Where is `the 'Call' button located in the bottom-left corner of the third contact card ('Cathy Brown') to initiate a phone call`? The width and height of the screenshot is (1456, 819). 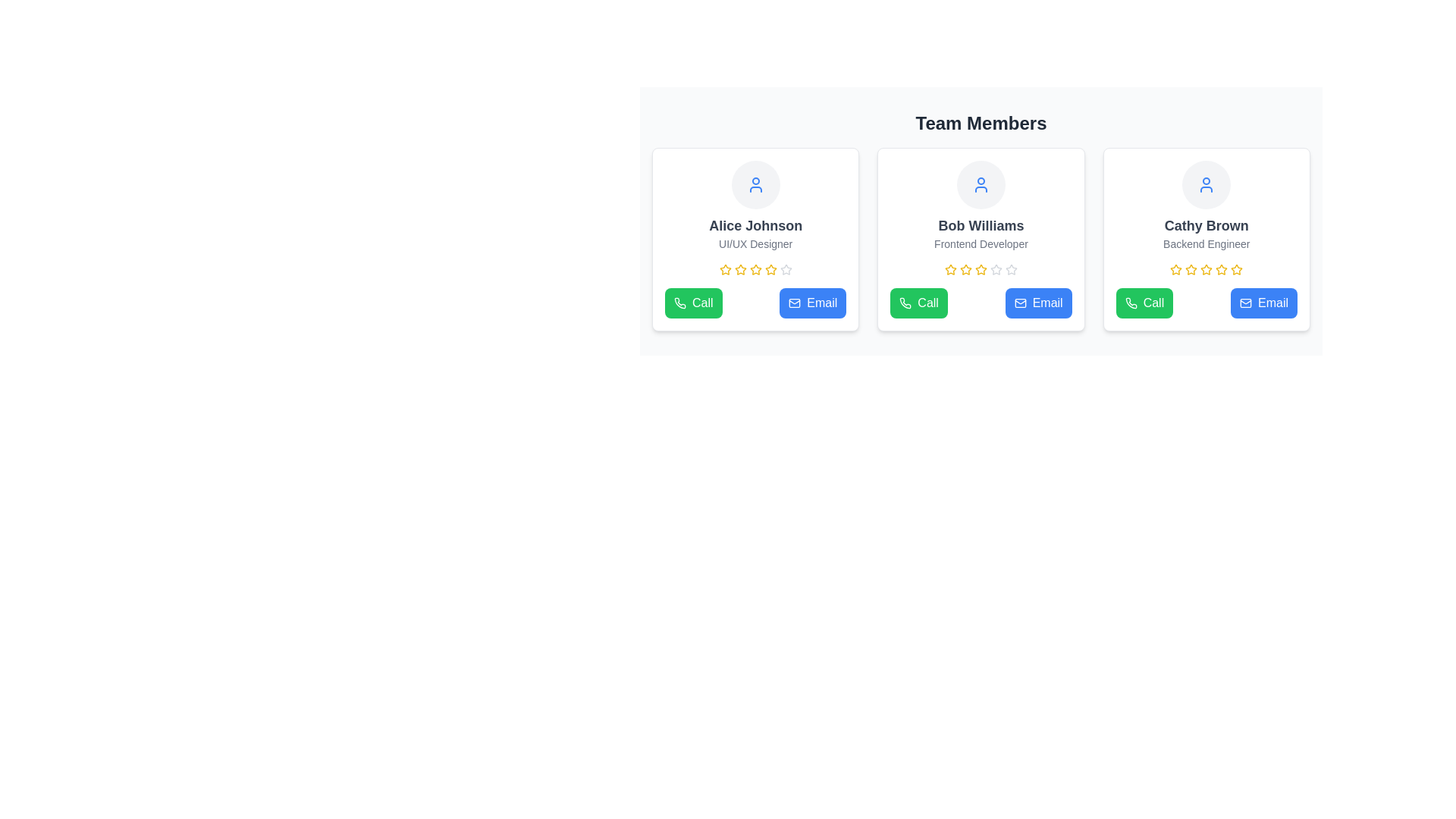 the 'Call' button located in the bottom-left corner of the third contact card ('Cathy Brown') to initiate a phone call is located at coordinates (1131, 303).